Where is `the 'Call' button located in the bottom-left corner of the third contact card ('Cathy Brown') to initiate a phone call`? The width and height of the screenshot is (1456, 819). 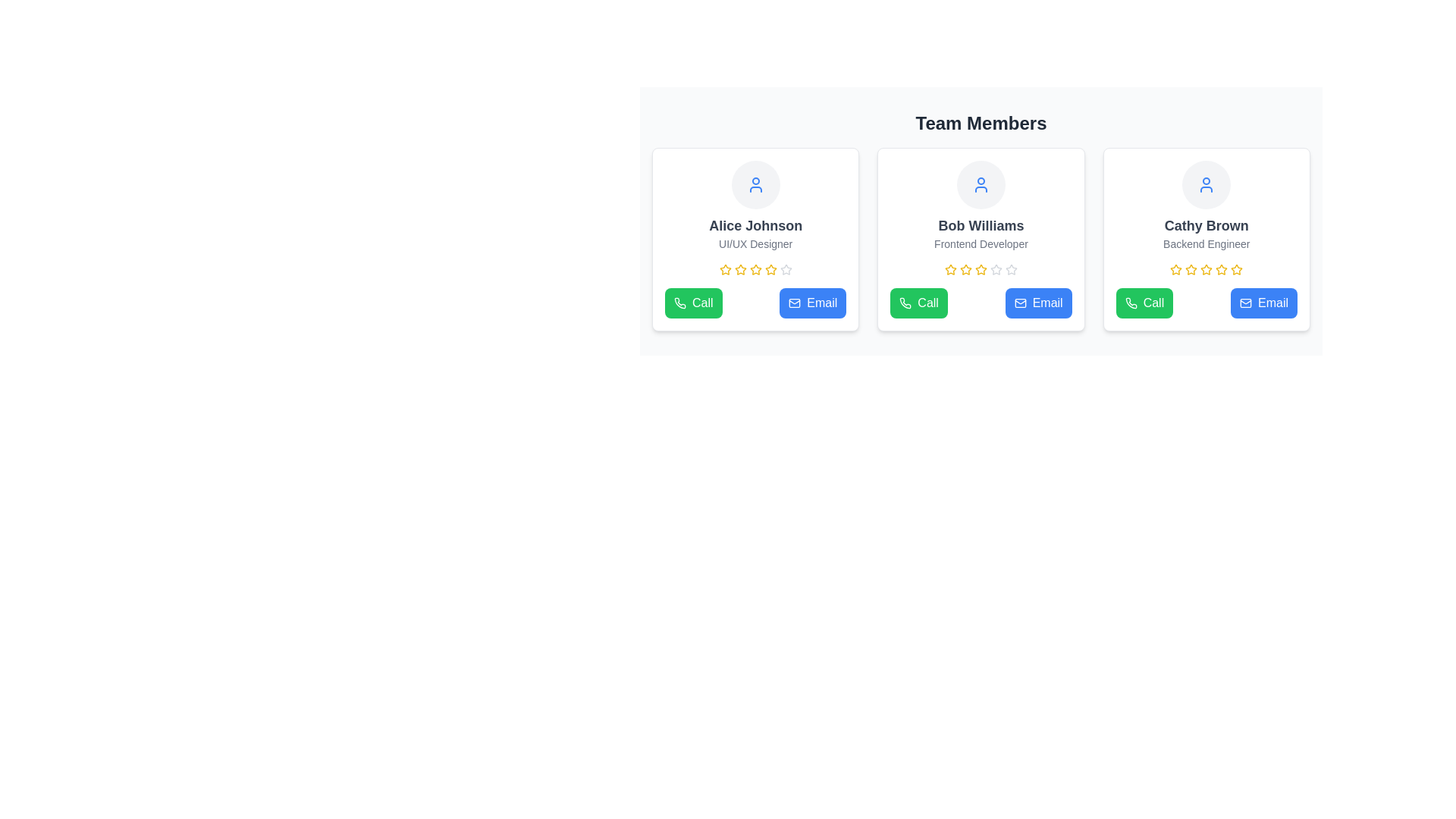 the 'Call' button located in the bottom-left corner of the third contact card ('Cathy Brown') to initiate a phone call is located at coordinates (1131, 303).